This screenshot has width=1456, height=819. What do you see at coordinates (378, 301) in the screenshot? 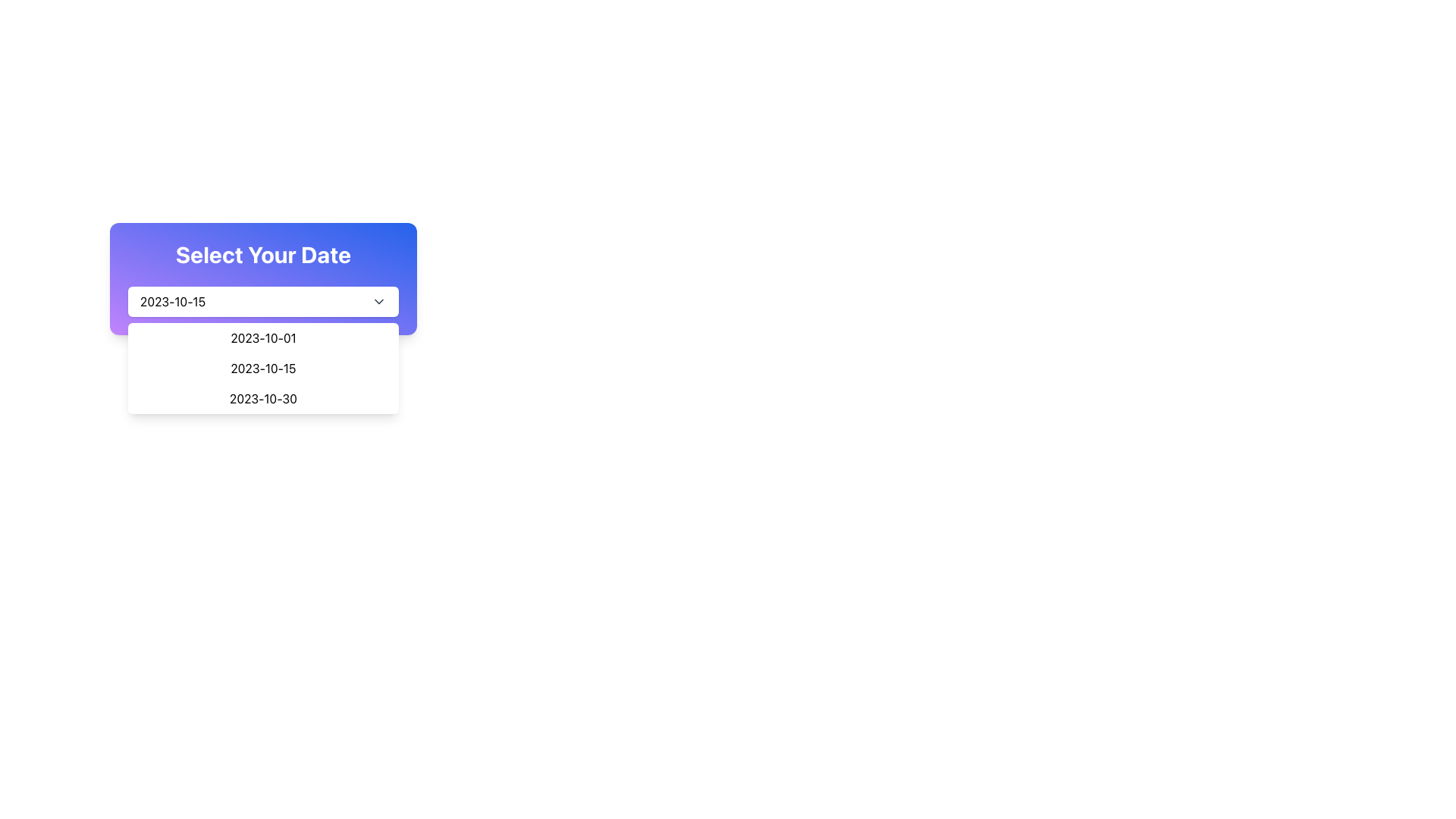
I see `the dropdown menu trigger icon located to the right of the date selection element` at bounding box center [378, 301].